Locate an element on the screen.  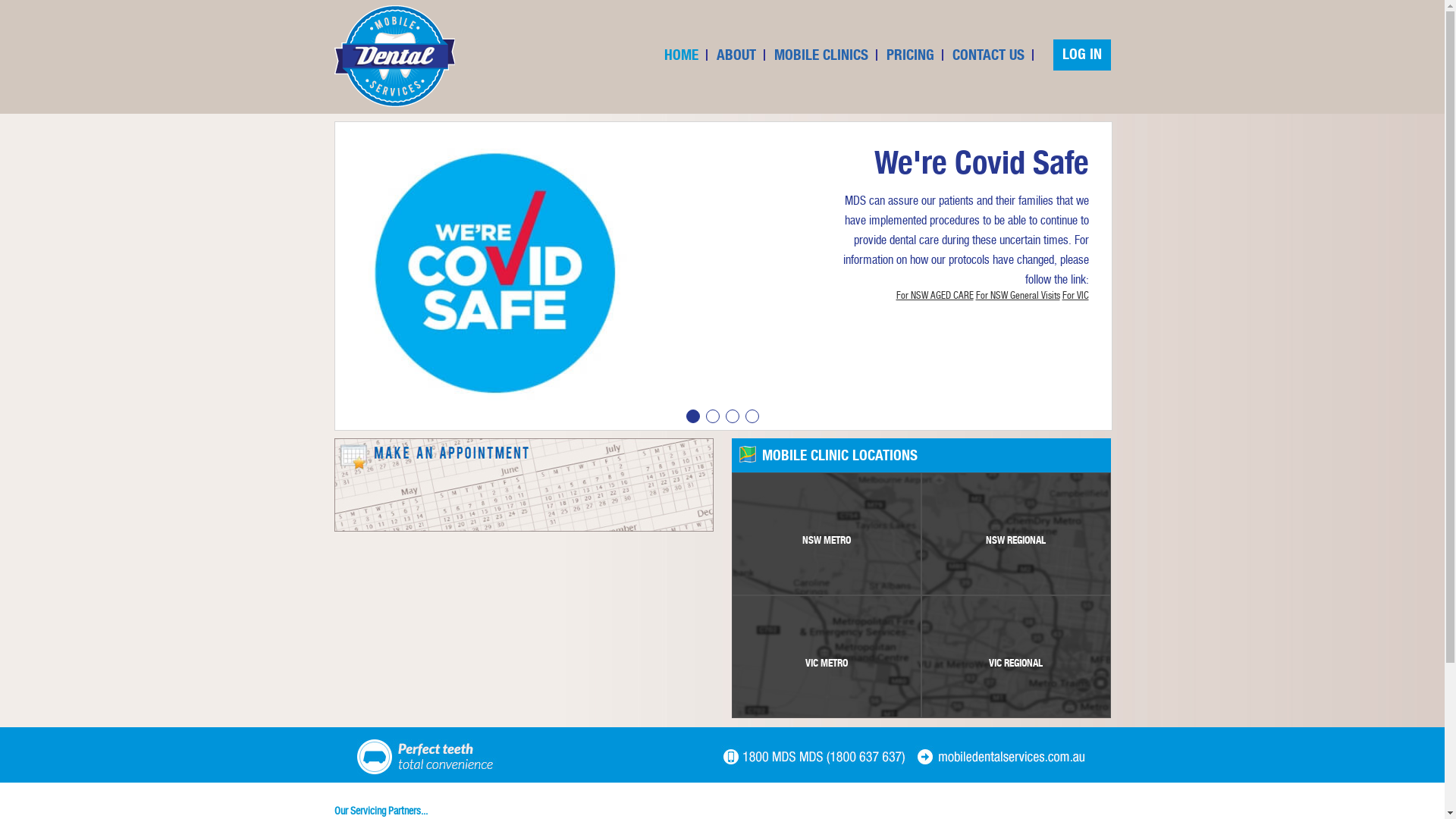
'HOME' is located at coordinates (680, 54).